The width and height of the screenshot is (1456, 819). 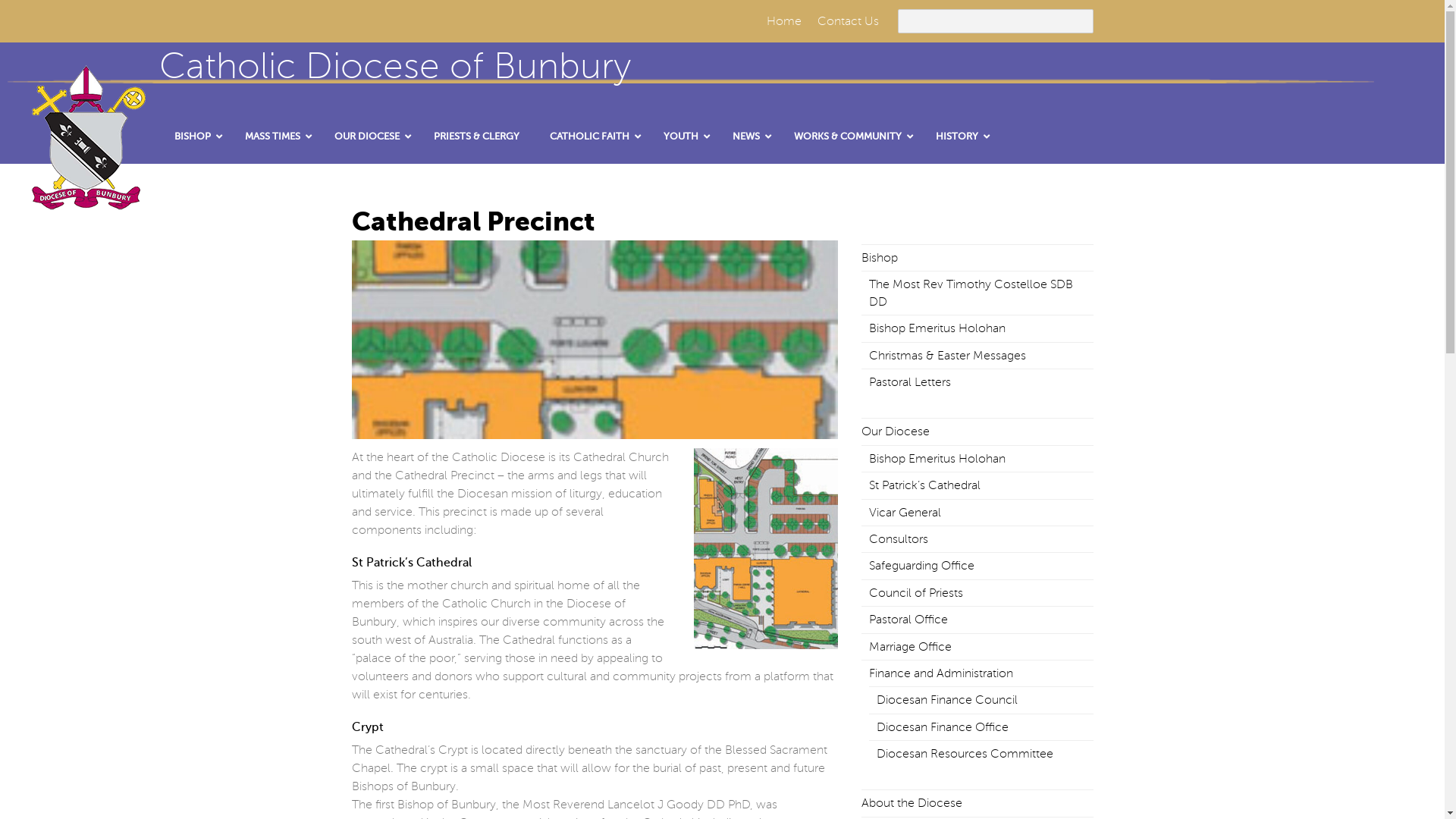 What do you see at coordinates (946, 699) in the screenshot?
I see `'Diocesan Finance Council'` at bounding box center [946, 699].